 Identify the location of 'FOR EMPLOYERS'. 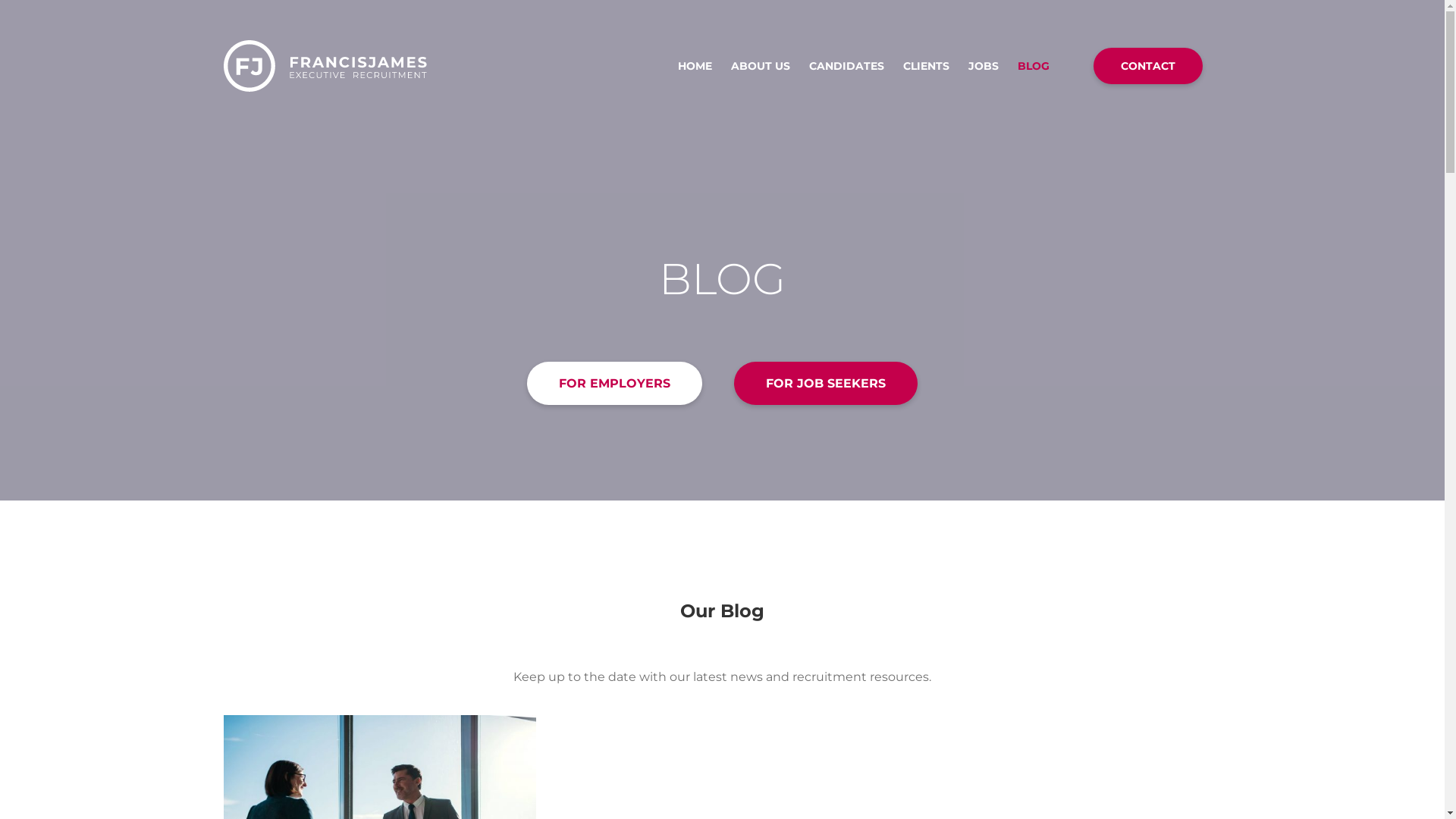
(614, 382).